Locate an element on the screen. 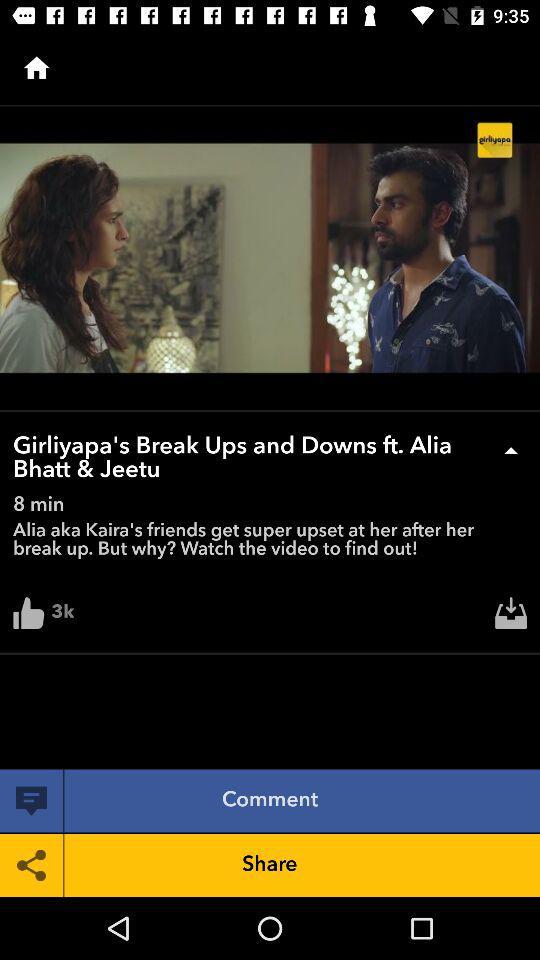 The image size is (540, 960). the file_download icon is located at coordinates (511, 617).